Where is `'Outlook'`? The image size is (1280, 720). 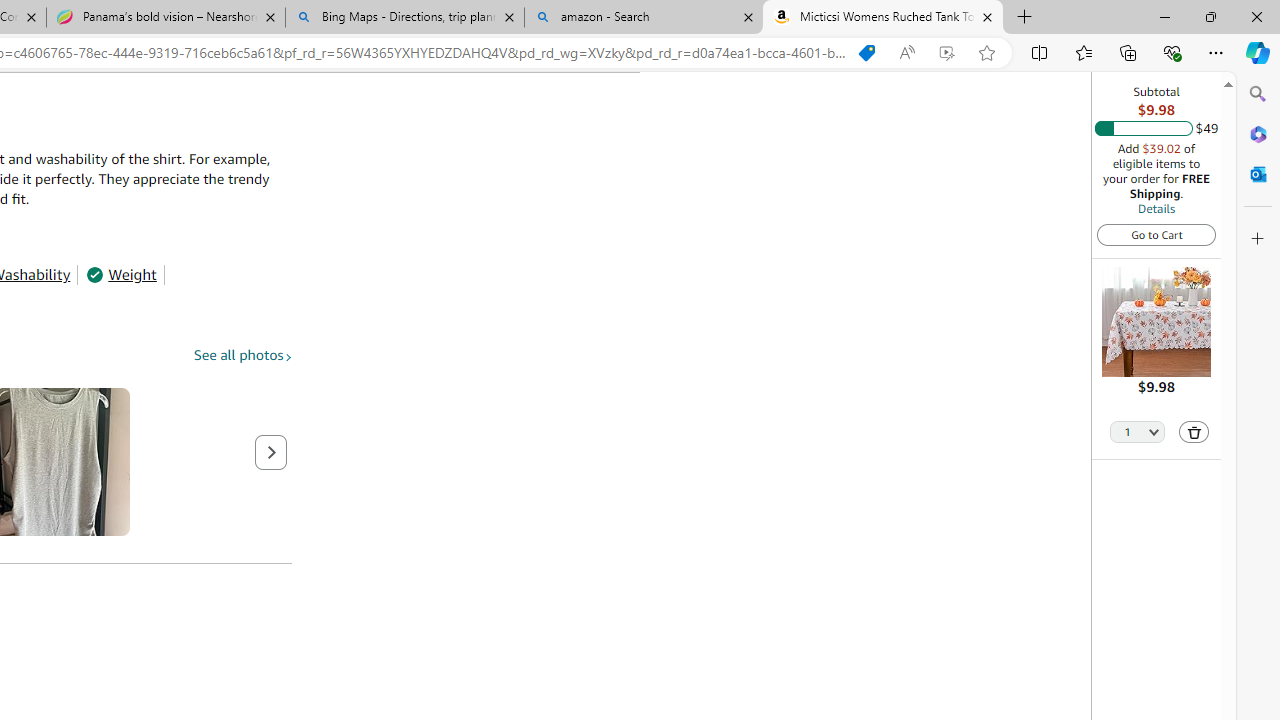 'Outlook' is located at coordinates (1257, 173).